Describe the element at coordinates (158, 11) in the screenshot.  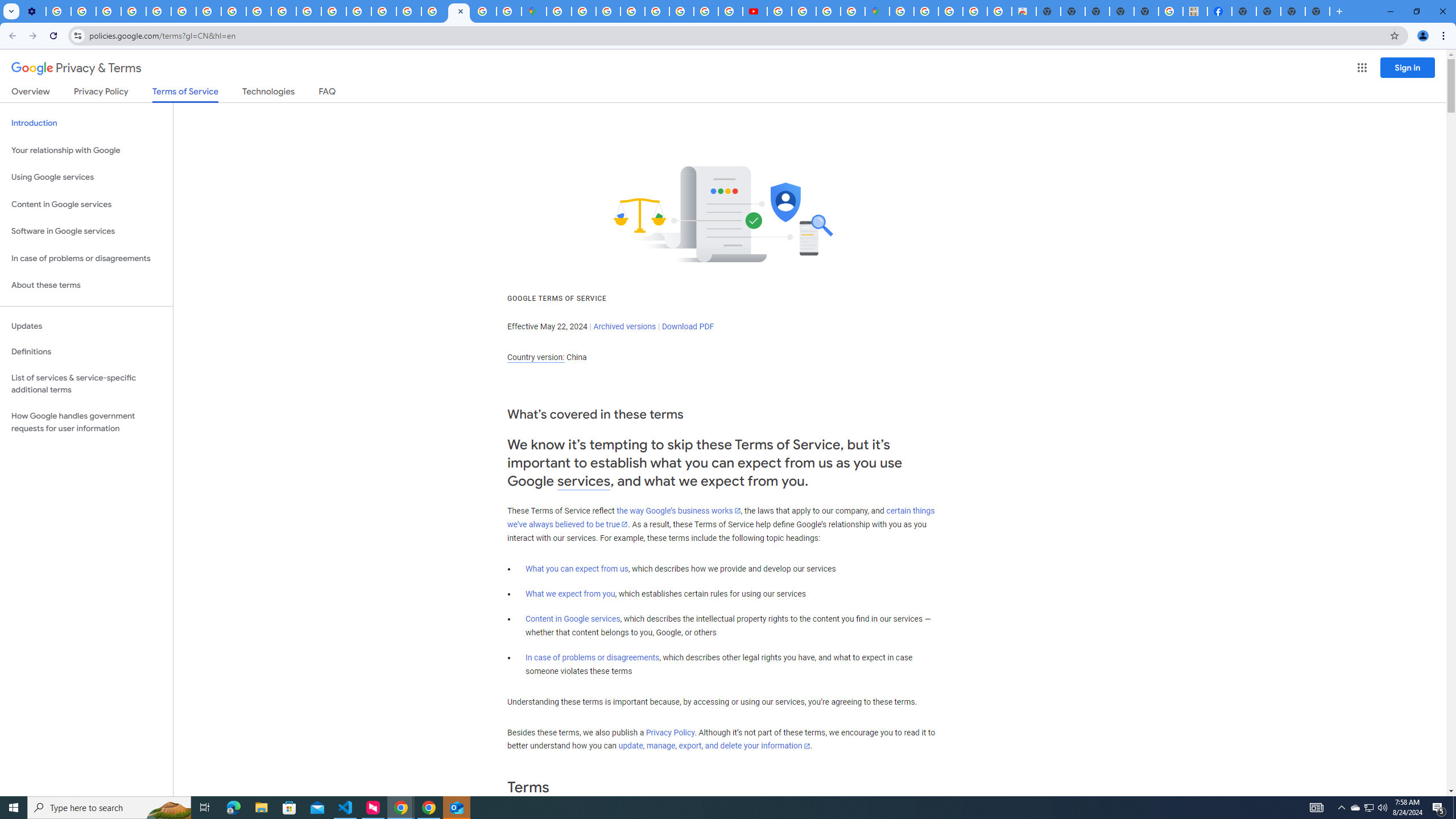
I see `'Privacy Help Center - Policies Help'` at that location.